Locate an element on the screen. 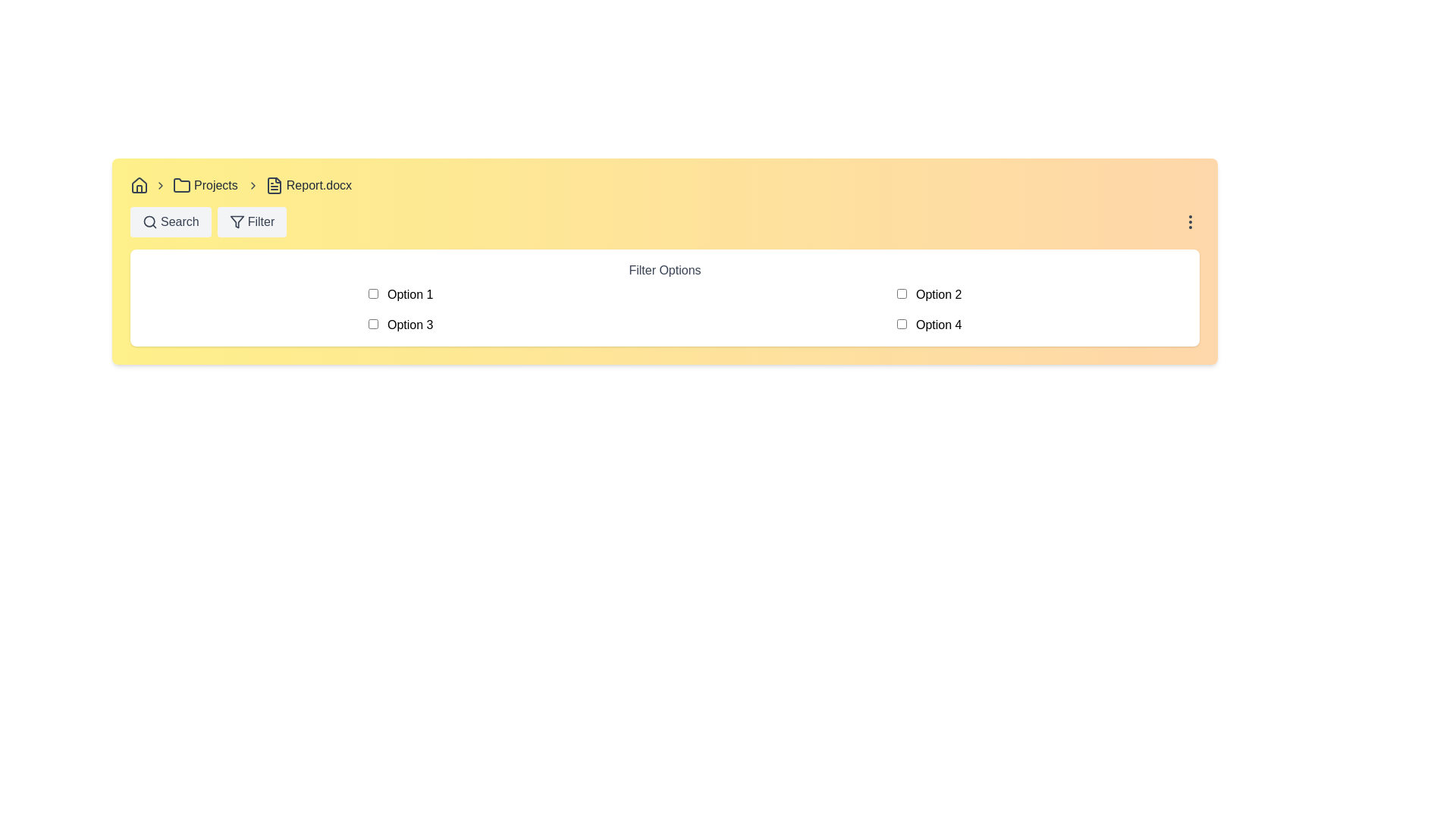 The width and height of the screenshot is (1456, 819). the text label displaying 'Projects' in dark gray color, which is part of the breadcrumb navigation bar and is positioned between a folder icon and a rightward arrow icon is located at coordinates (215, 185).